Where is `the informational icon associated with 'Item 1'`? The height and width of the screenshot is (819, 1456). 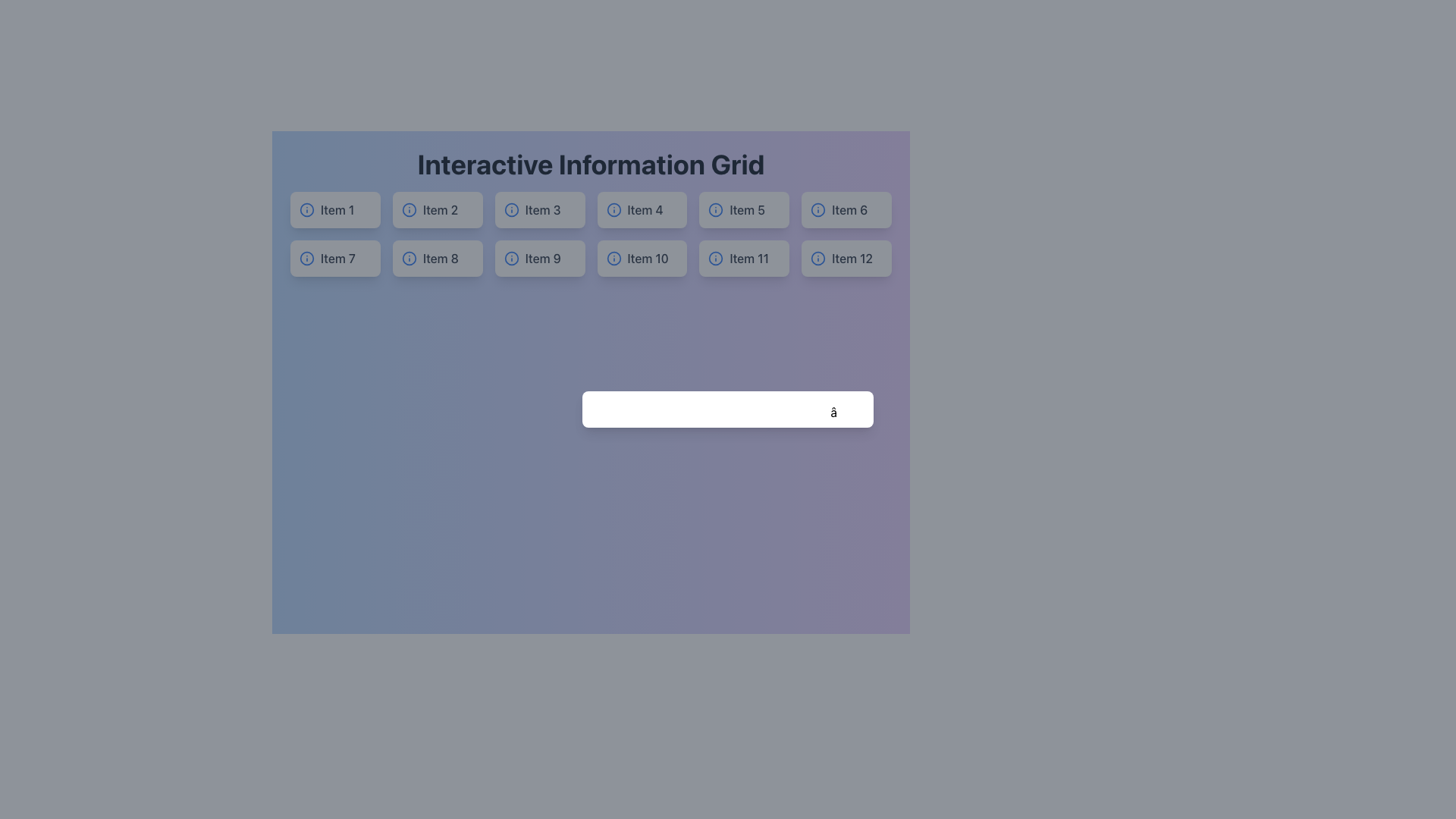
the informational icon associated with 'Item 1' is located at coordinates (334, 210).